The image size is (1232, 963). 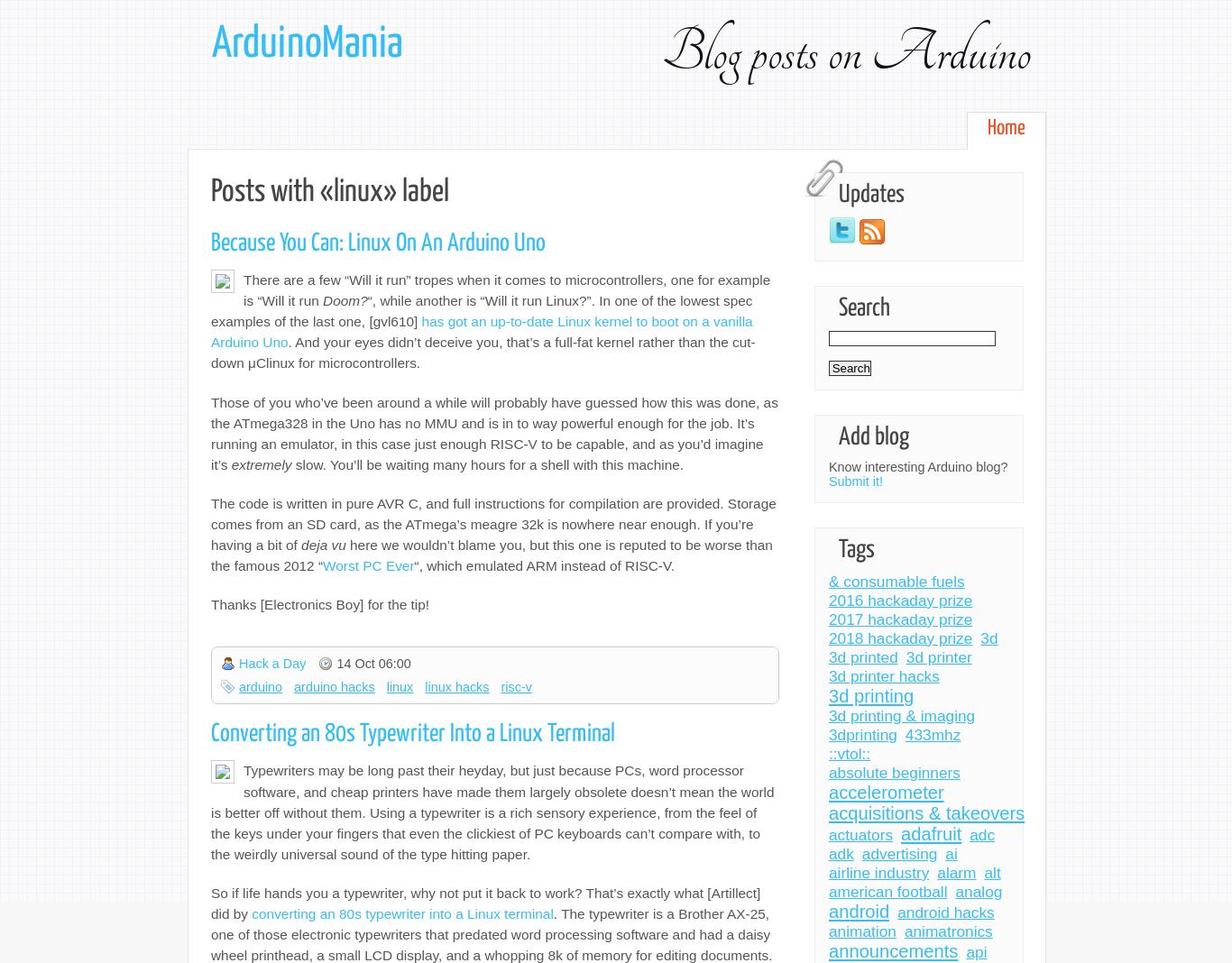 What do you see at coordinates (857, 549) in the screenshot?
I see `'Tags'` at bounding box center [857, 549].